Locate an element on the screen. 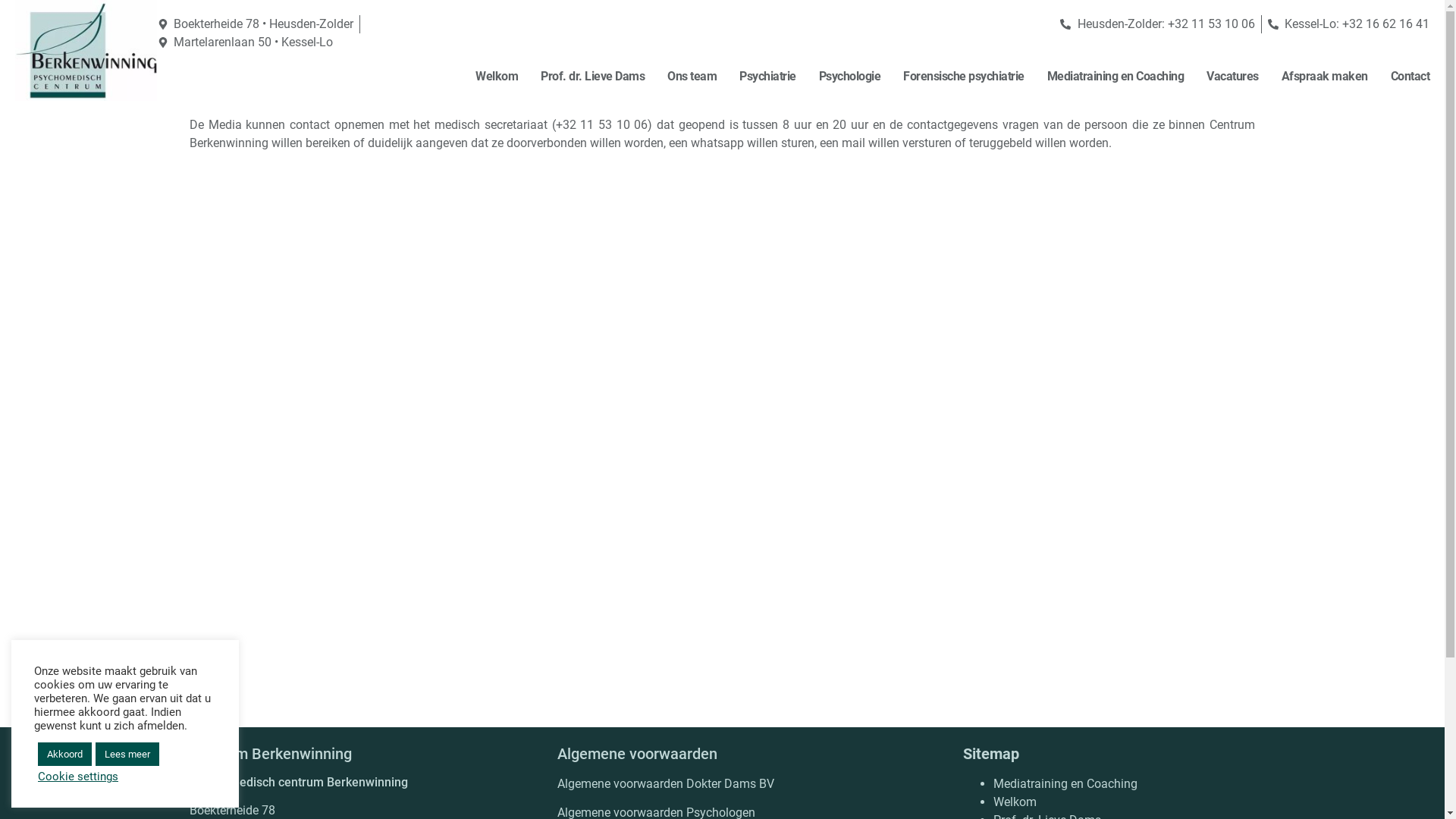 The image size is (1456, 819). 'Vacatures' is located at coordinates (1205, 76).